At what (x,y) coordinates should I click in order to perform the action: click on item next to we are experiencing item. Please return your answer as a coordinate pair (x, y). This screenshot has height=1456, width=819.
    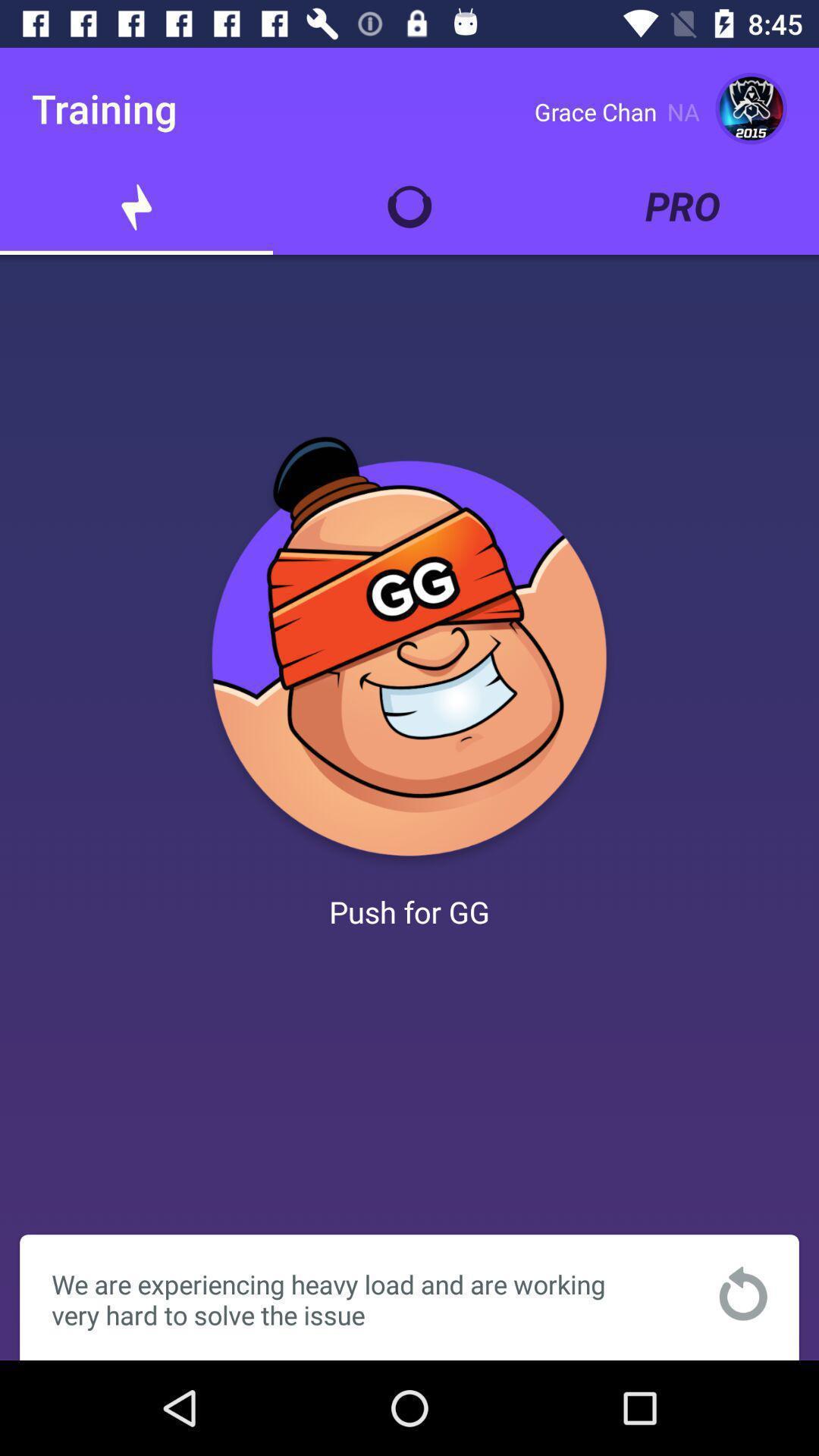
    Looking at the image, I should click on (742, 1292).